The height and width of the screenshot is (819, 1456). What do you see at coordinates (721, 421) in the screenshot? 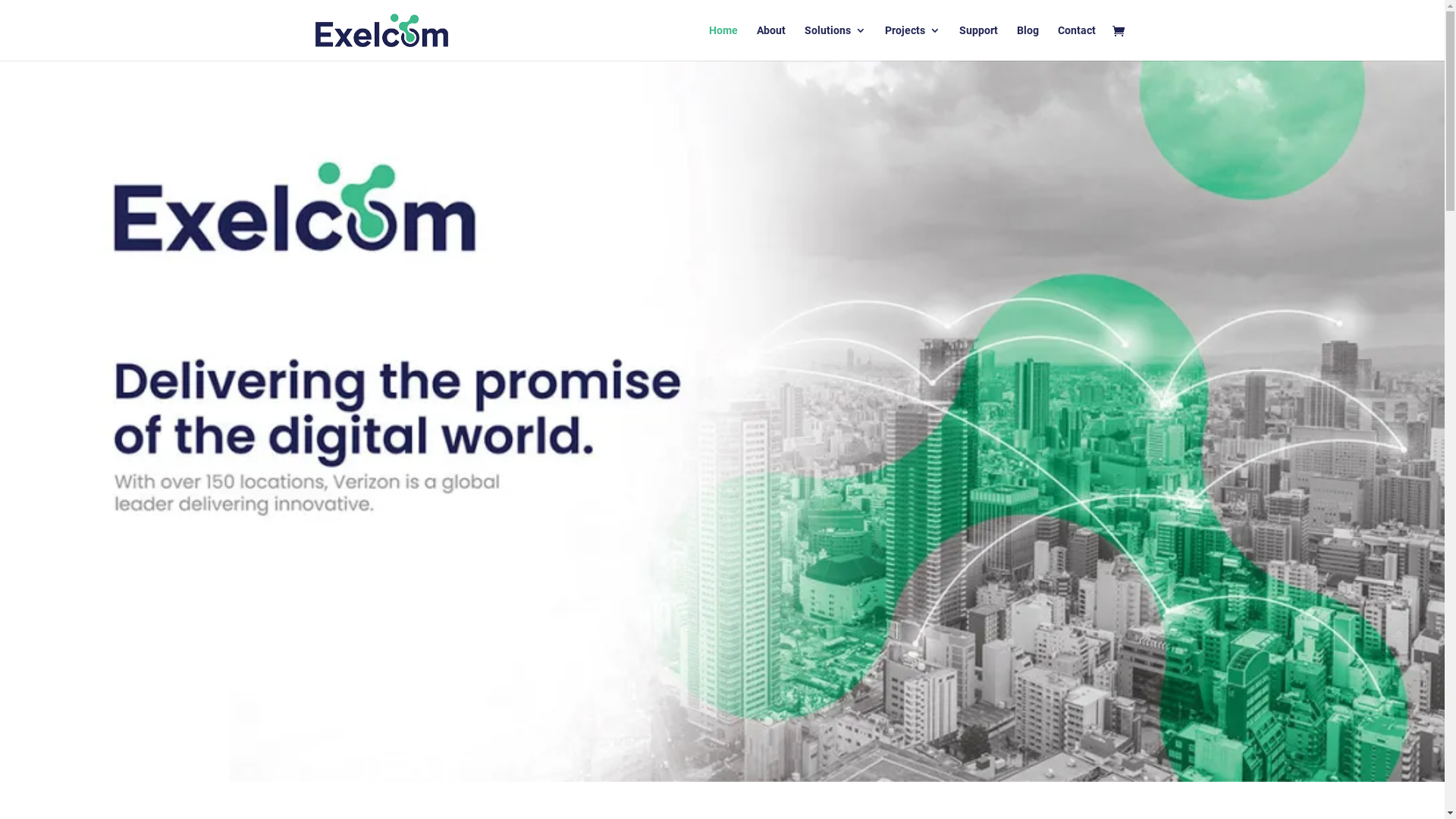
I see `'home-banner-img'` at bounding box center [721, 421].